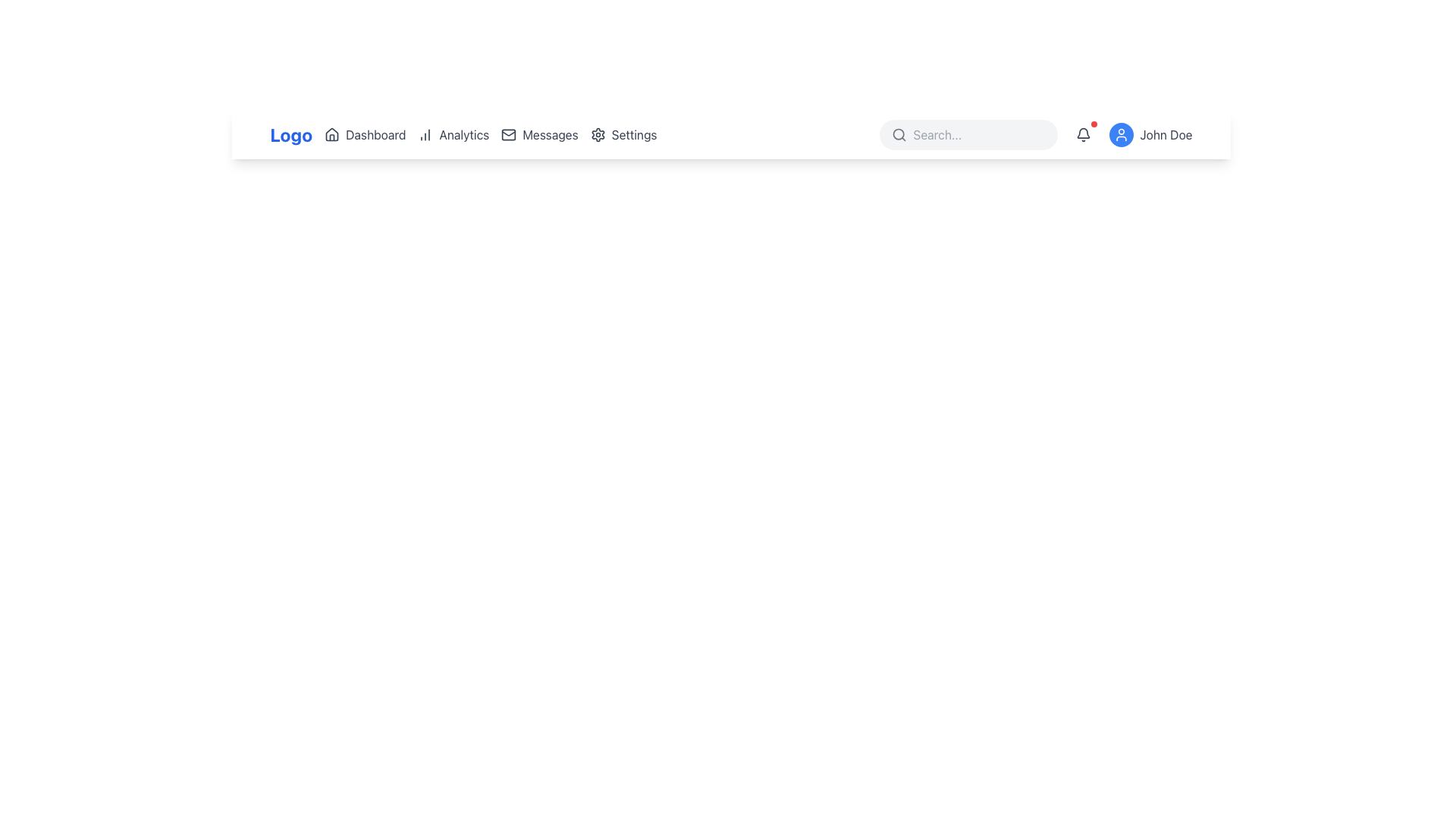  I want to click on the bell icon located in the top-right corner of the user interface, so click(1083, 133).